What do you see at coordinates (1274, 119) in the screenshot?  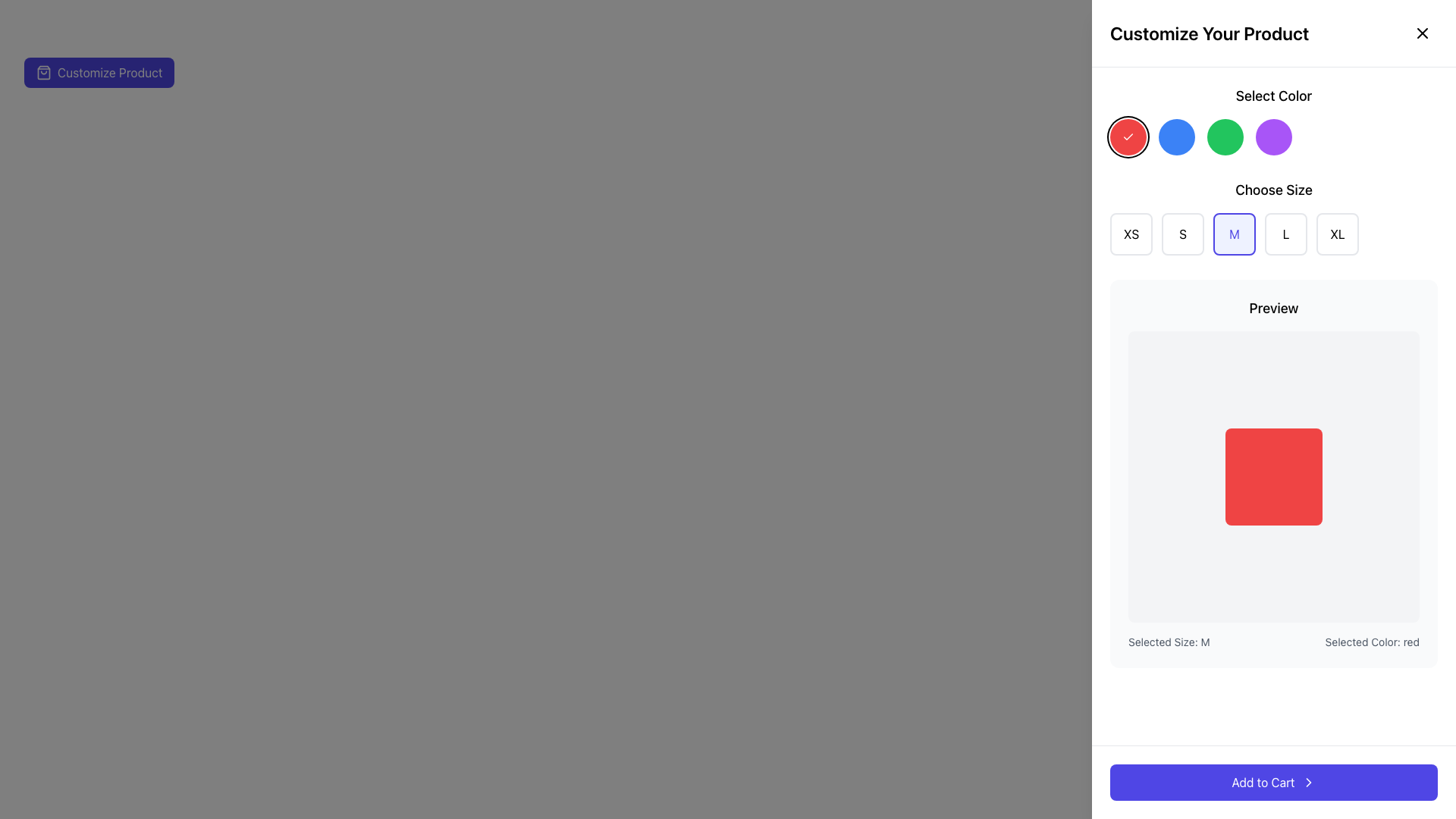 I see `the 'Select Color' text label, which is styled with a medium font weight and larger text size, positioned above the circular color options in the 'Customize Your Product' panel` at bounding box center [1274, 119].